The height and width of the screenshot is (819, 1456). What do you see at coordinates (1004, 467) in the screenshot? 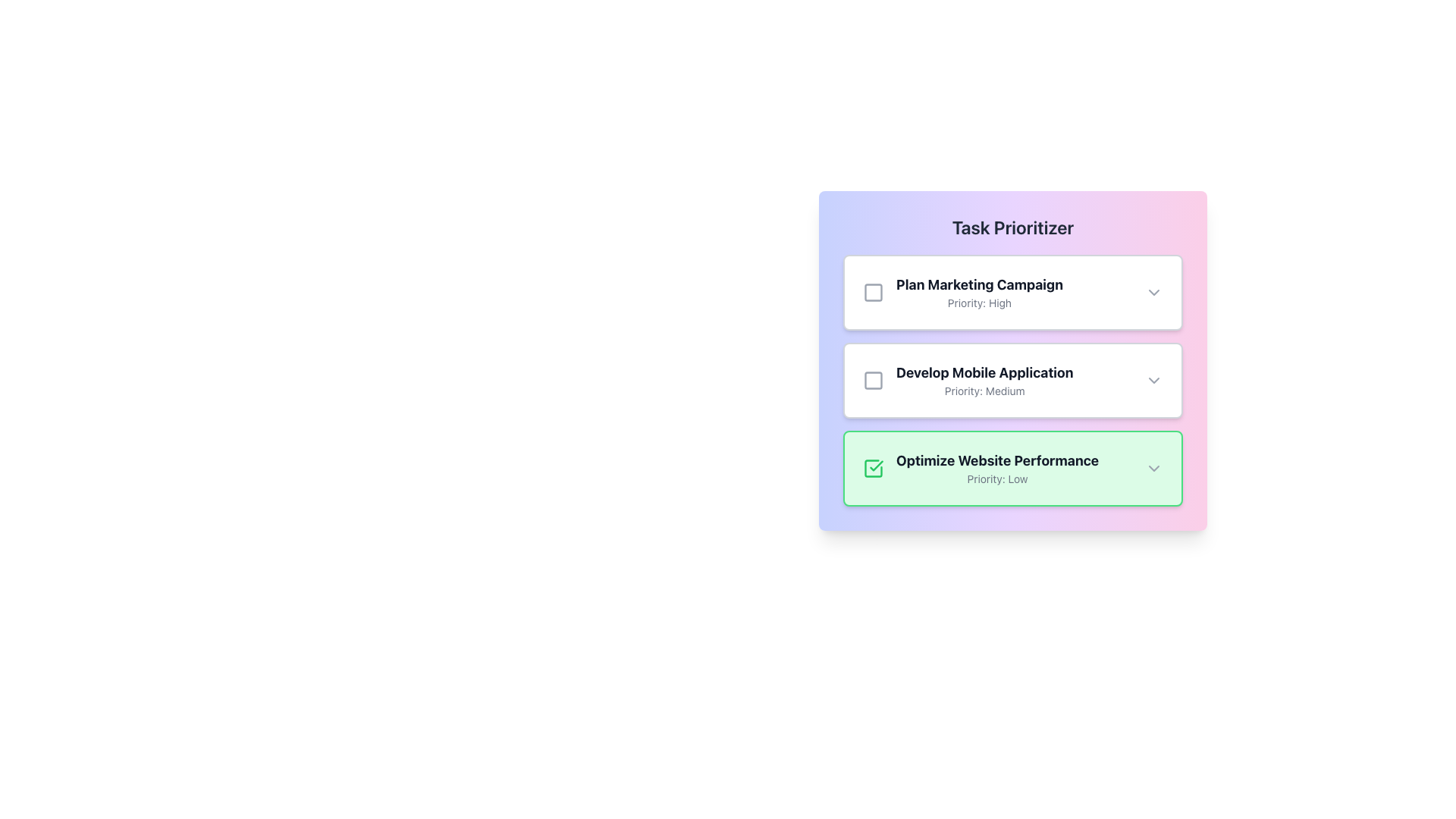
I see `the 'Optimize Website Performance' task display item for editing options, which is enclosed within a light green box with rounded corners and displays the text in bold` at bounding box center [1004, 467].